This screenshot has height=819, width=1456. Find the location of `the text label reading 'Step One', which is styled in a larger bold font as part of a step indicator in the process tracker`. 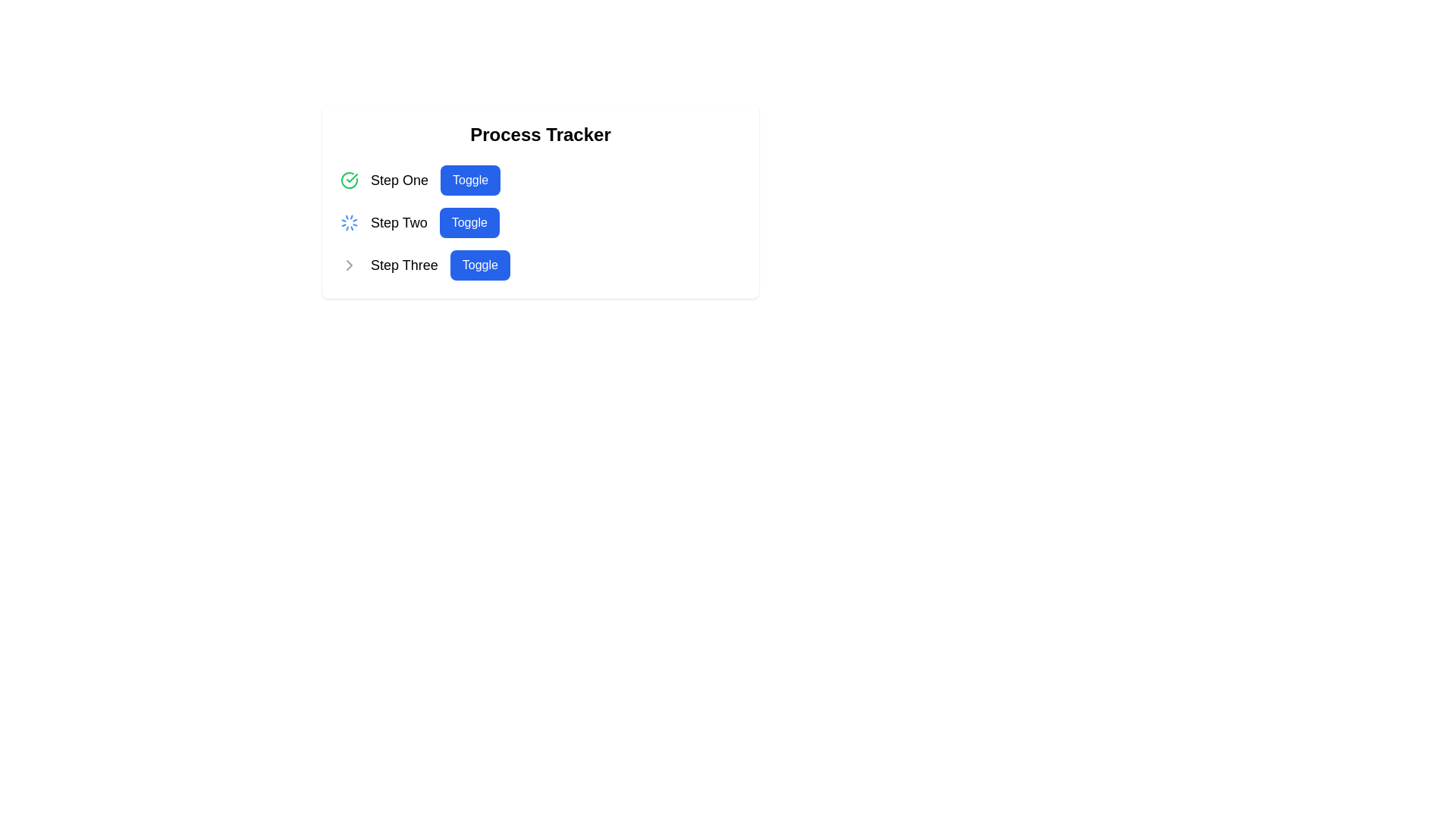

the text label reading 'Step One', which is styled in a larger bold font as part of a step indicator in the process tracker is located at coordinates (400, 180).